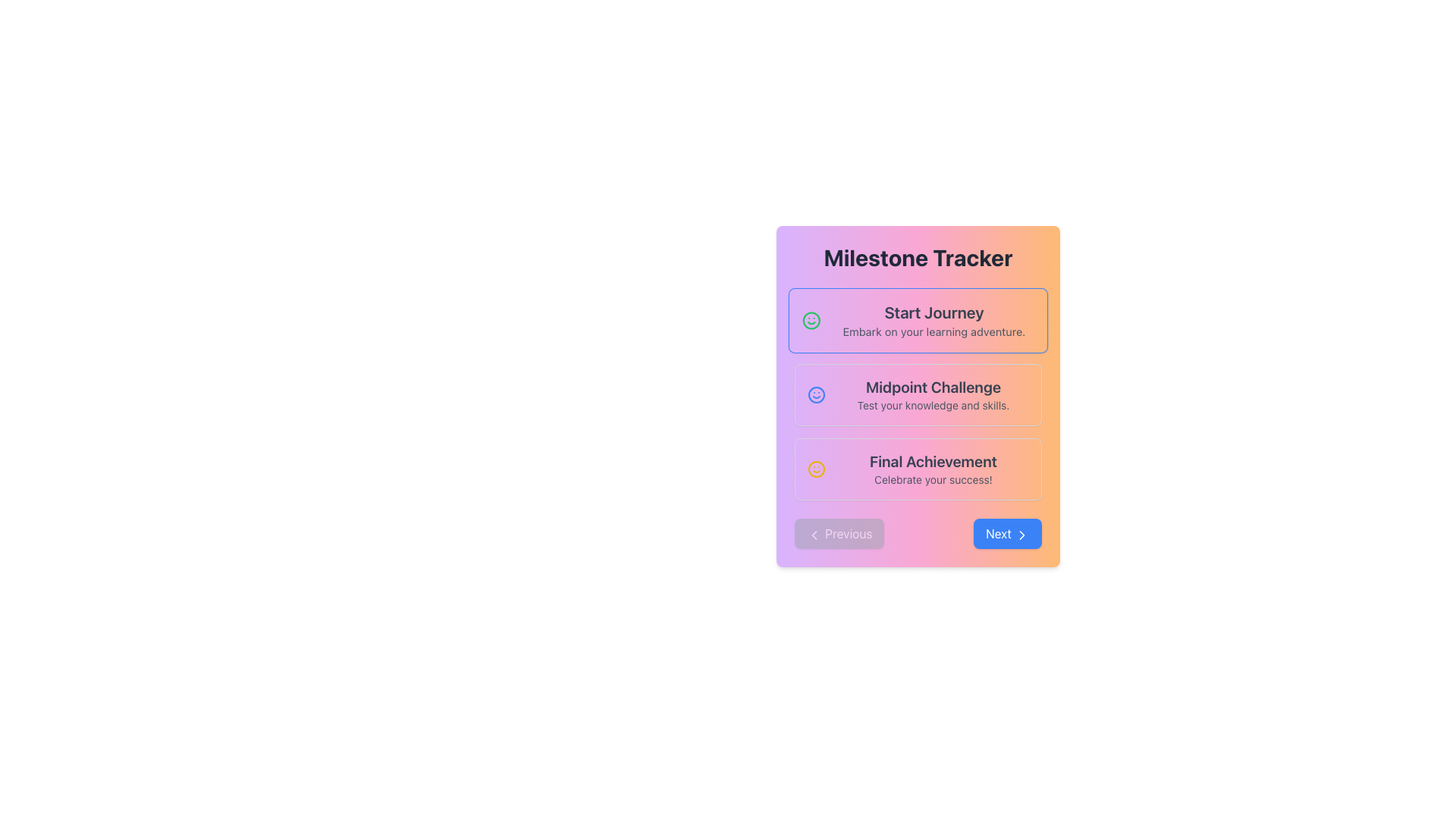 This screenshot has height=819, width=1456. Describe the element at coordinates (811, 320) in the screenshot. I see `the smiling face icon within the 'Start Journey' box at the top of the milestone tracker, which features a green circle and a happy expression` at that location.